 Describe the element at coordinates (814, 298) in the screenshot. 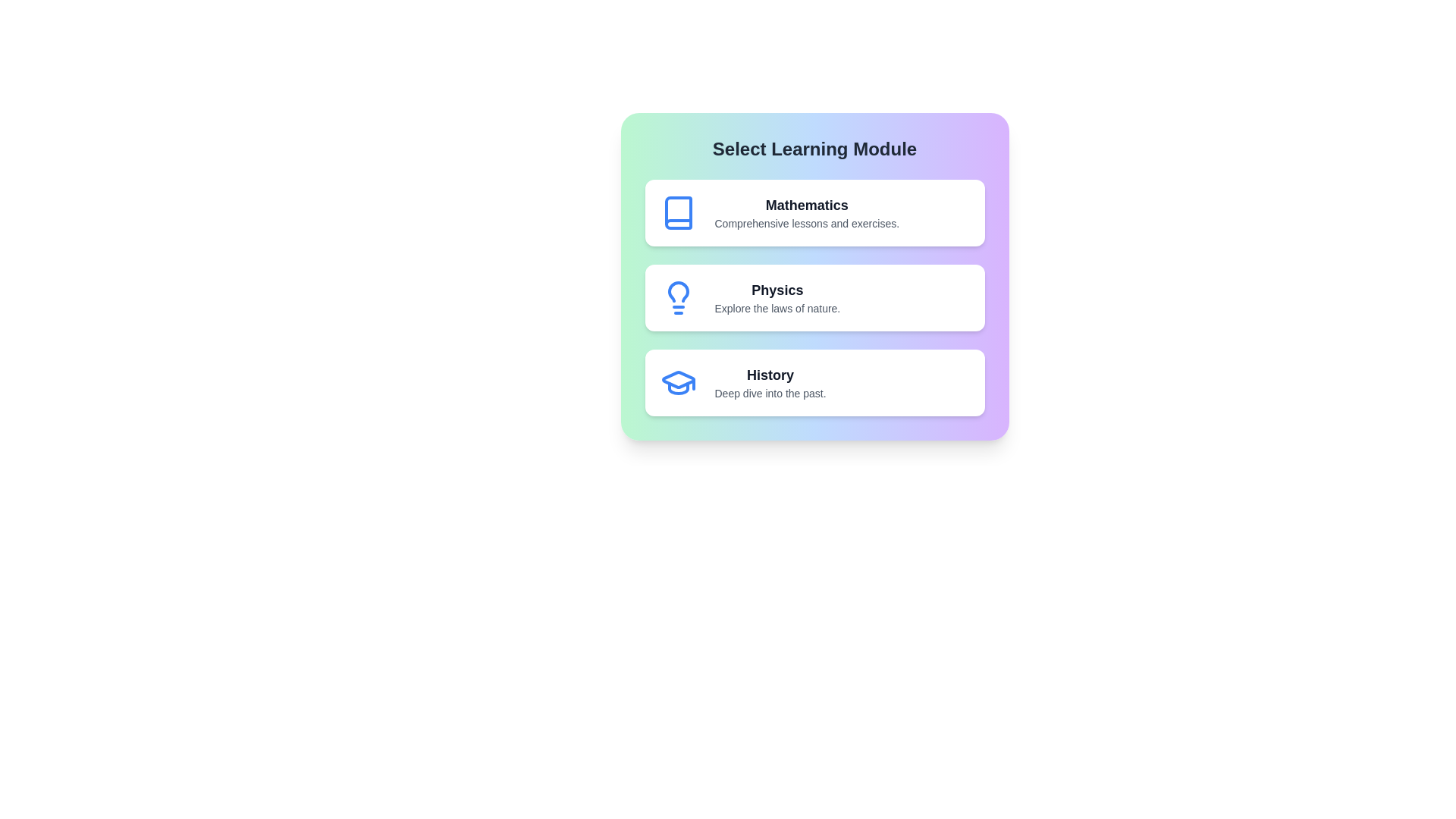

I see `the Physics module to see the hover effect` at that location.